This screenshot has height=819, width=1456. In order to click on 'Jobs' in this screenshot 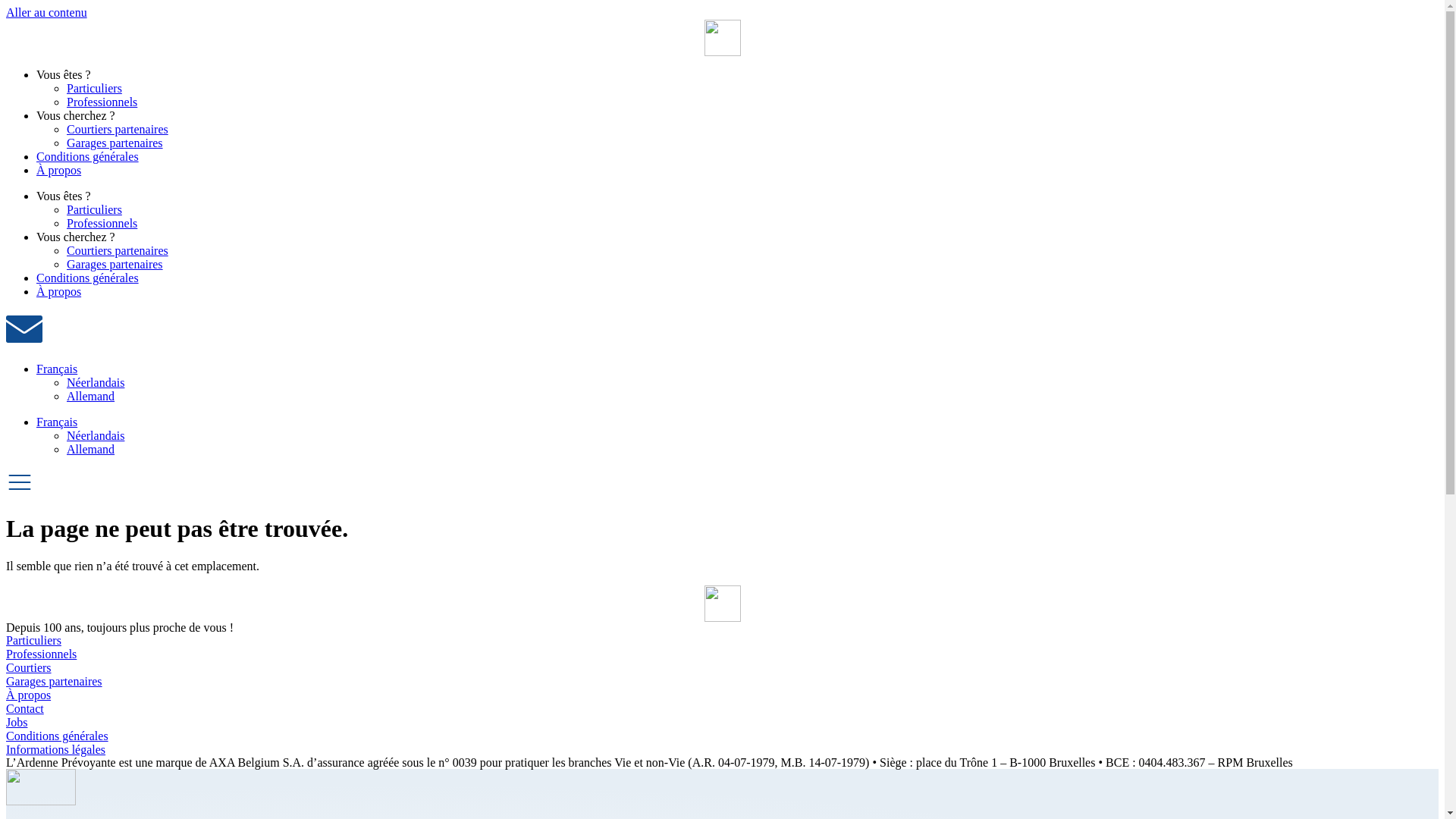, I will do `click(721, 721)`.